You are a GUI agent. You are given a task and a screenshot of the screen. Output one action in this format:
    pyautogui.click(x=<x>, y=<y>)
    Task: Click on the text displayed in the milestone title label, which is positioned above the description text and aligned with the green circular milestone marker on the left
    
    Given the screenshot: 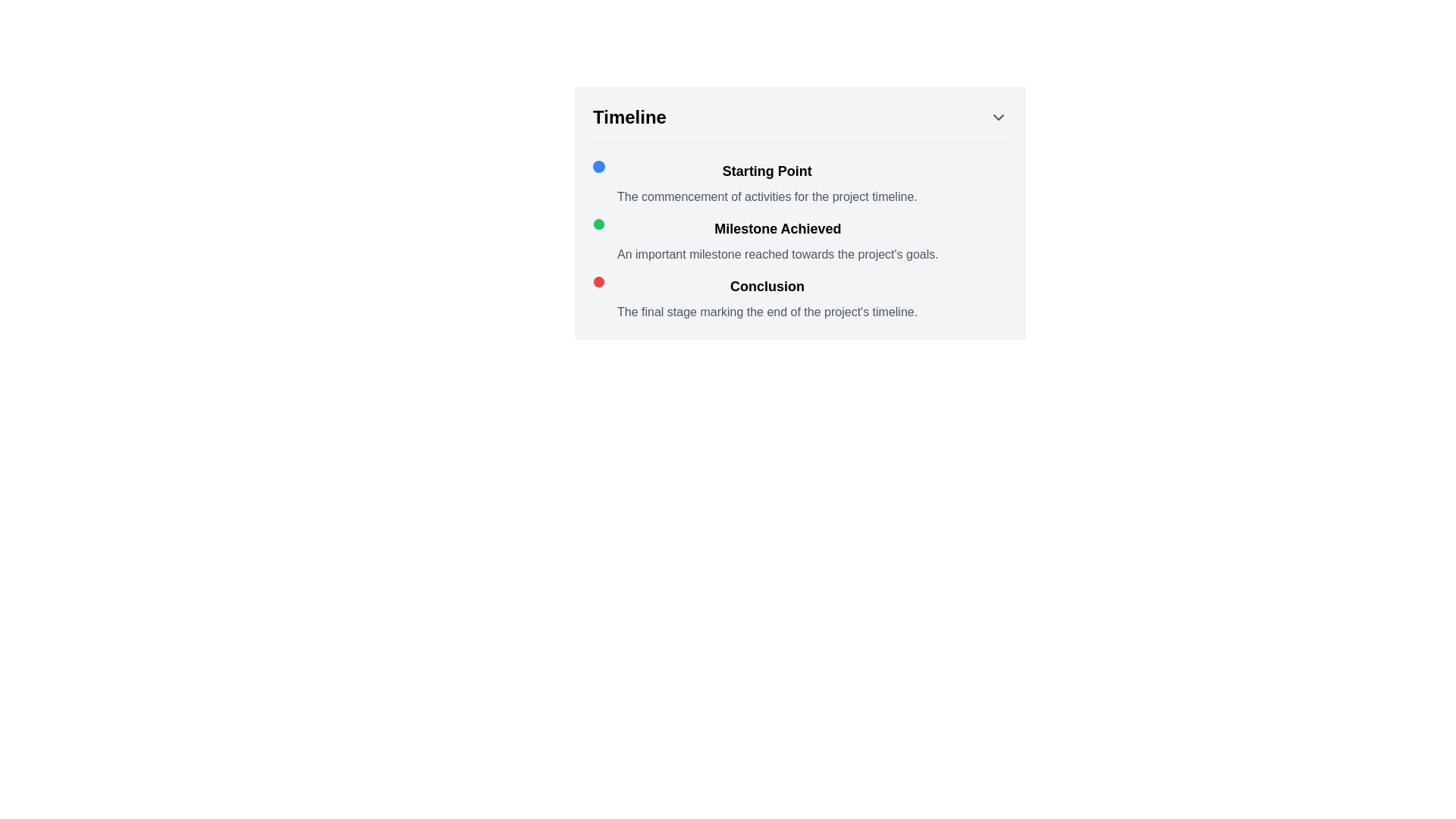 What is the action you would take?
    pyautogui.click(x=777, y=228)
    